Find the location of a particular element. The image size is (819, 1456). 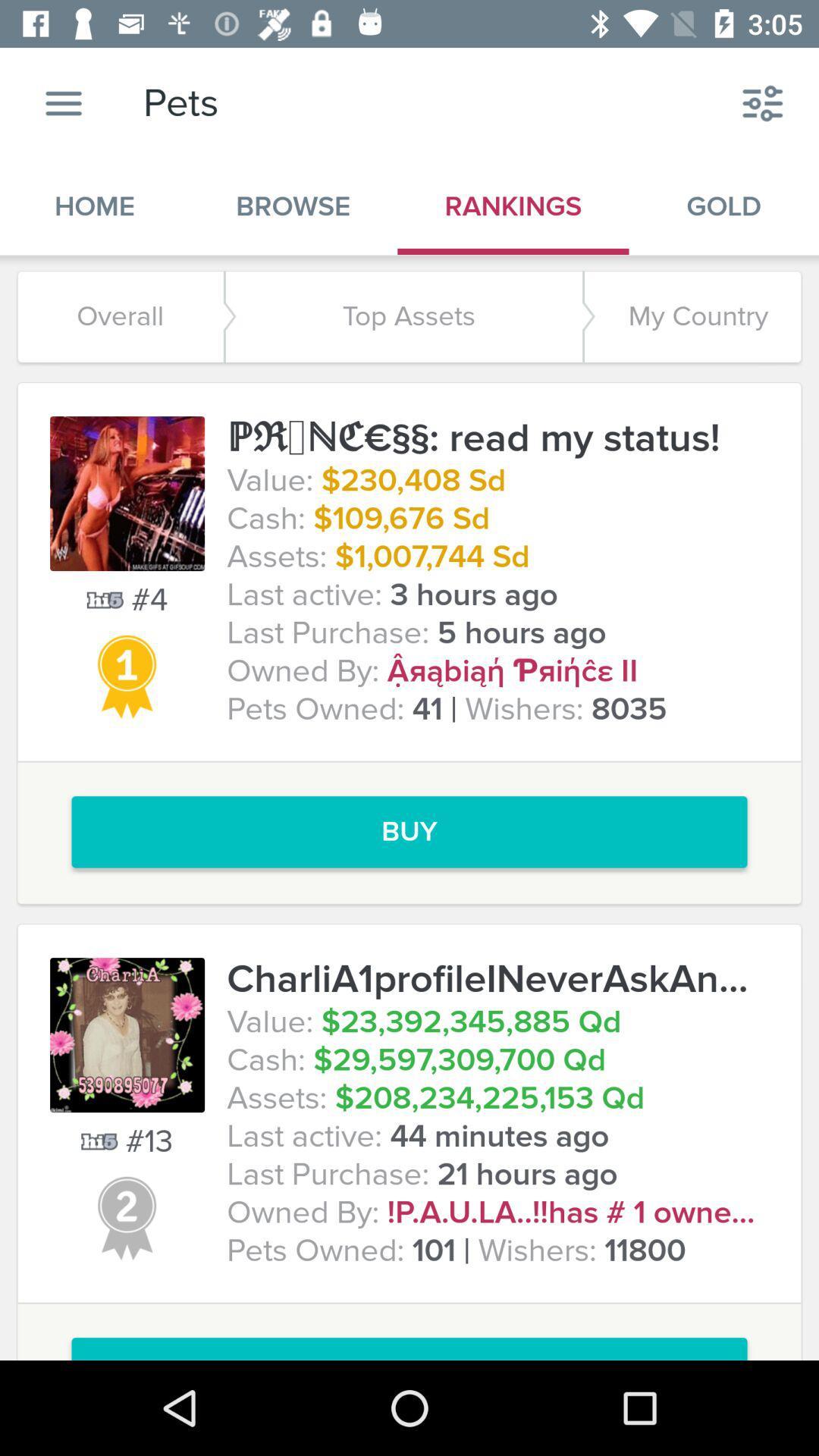

icon next to the pets is located at coordinates (63, 102).